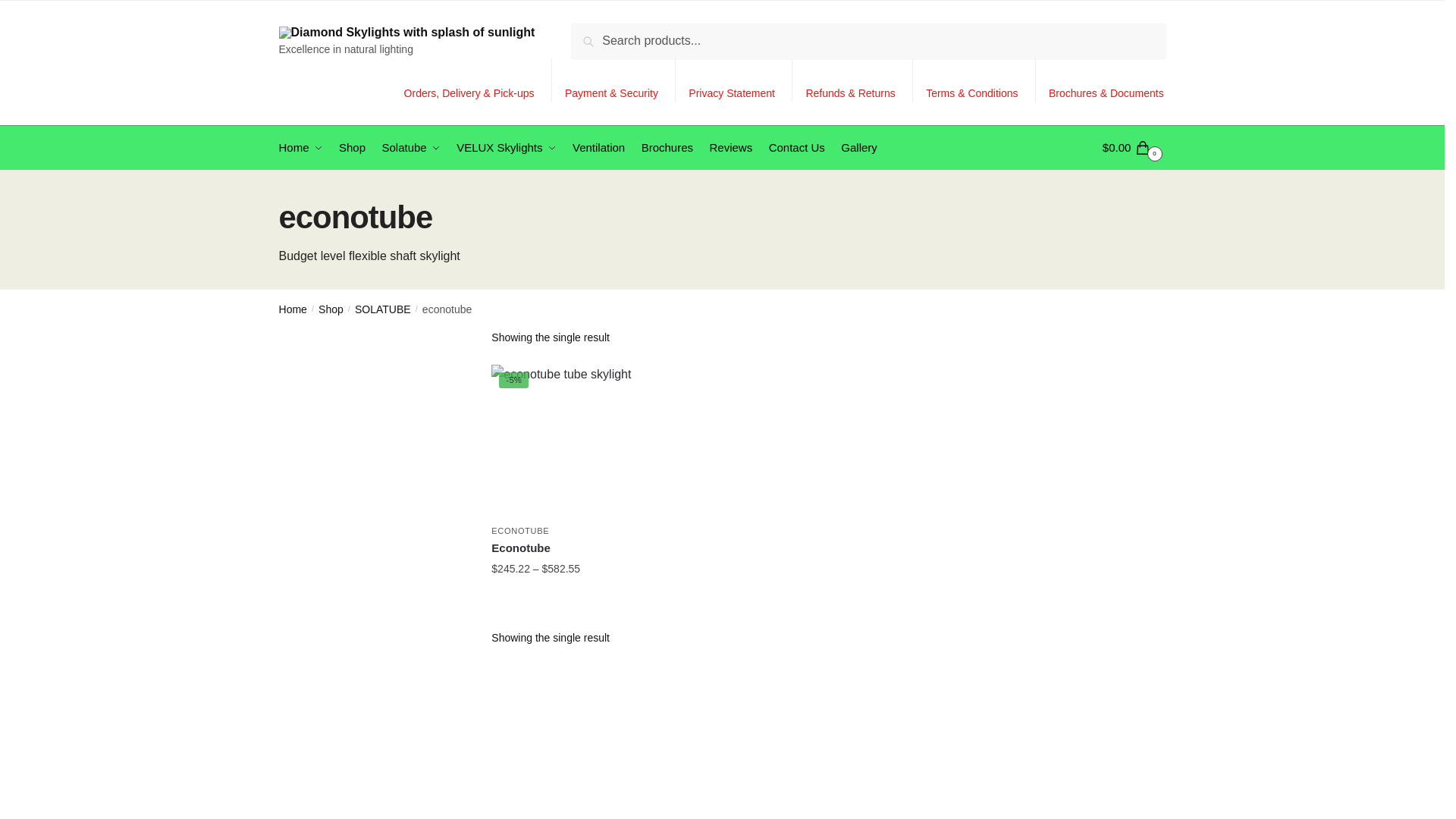  Describe the element at coordinates (795, 148) in the screenshot. I see `'Contact Us'` at that location.